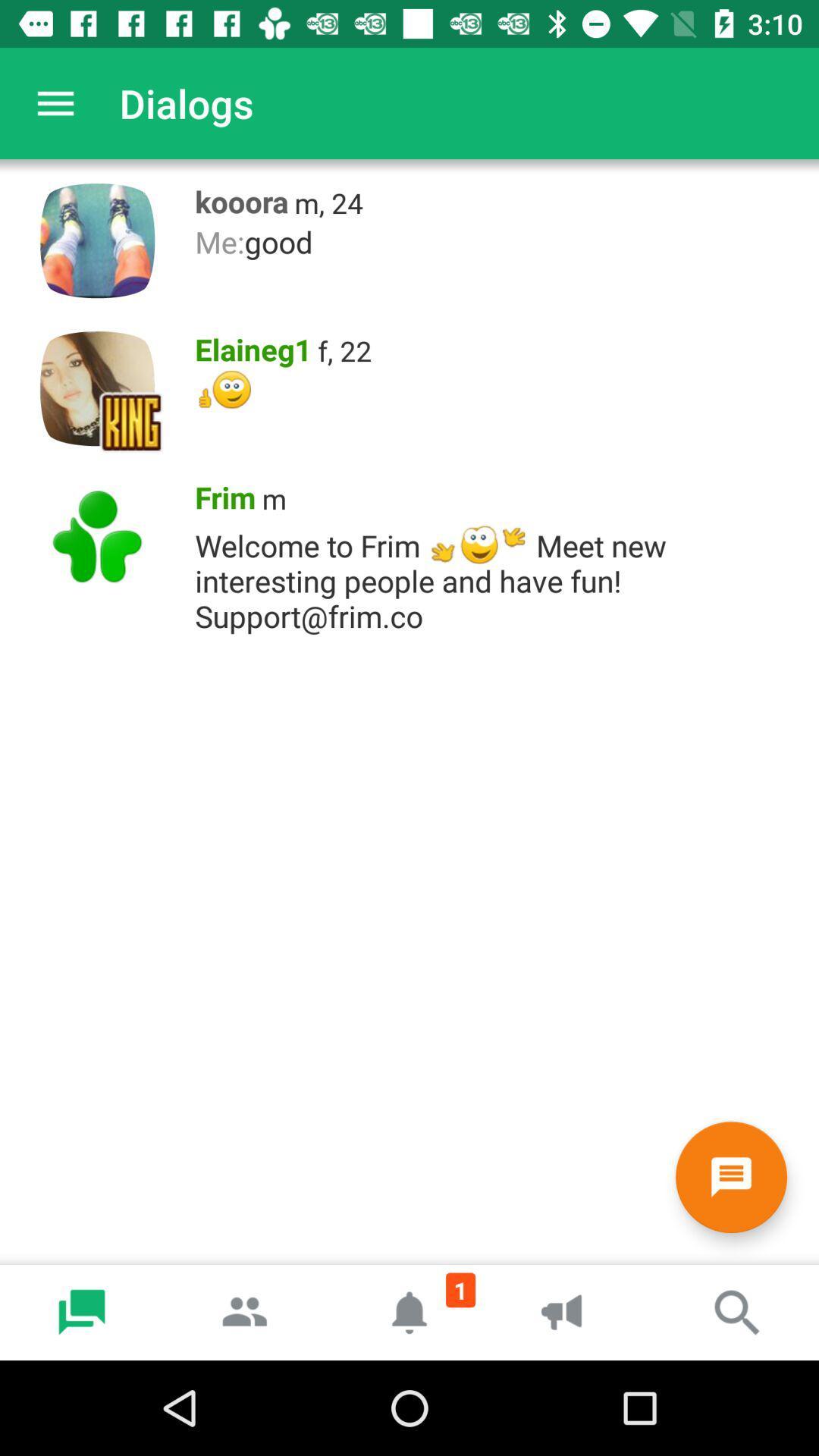 This screenshot has height=1456, width=819. I want to click on m, 24, so click(328, 202).